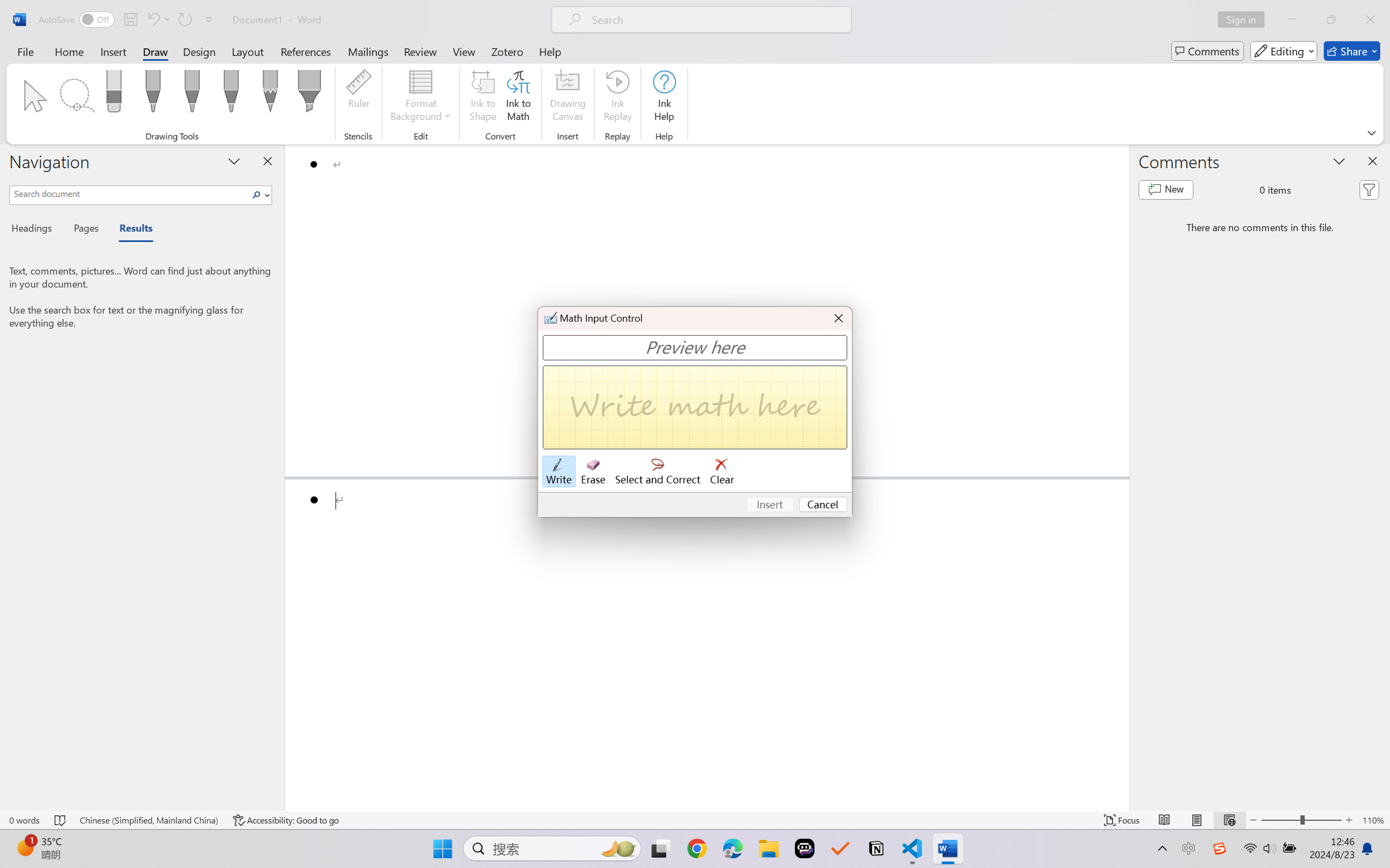 The image size is (1390, 868). What do you see at coordinates (658, 471) in the screenshot?
I see `'Select and Correct'` at bounding box center [658, 471].